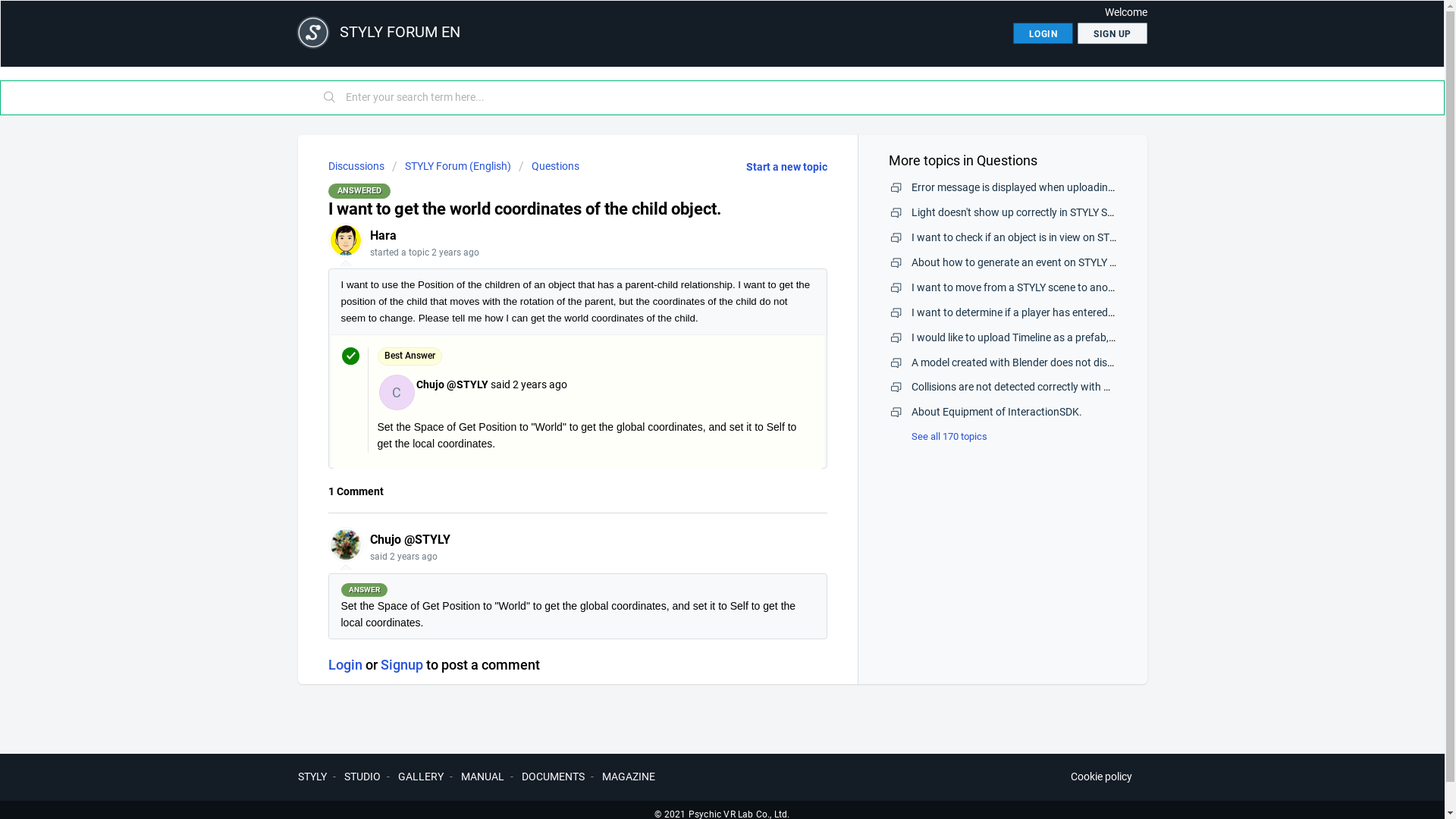 This screenshot has width=1456, height=819. Describe the element at coordinates (1039, 287) in the screenshot. I see `'I want to move from a STYLY scene to another website.'` at that location.